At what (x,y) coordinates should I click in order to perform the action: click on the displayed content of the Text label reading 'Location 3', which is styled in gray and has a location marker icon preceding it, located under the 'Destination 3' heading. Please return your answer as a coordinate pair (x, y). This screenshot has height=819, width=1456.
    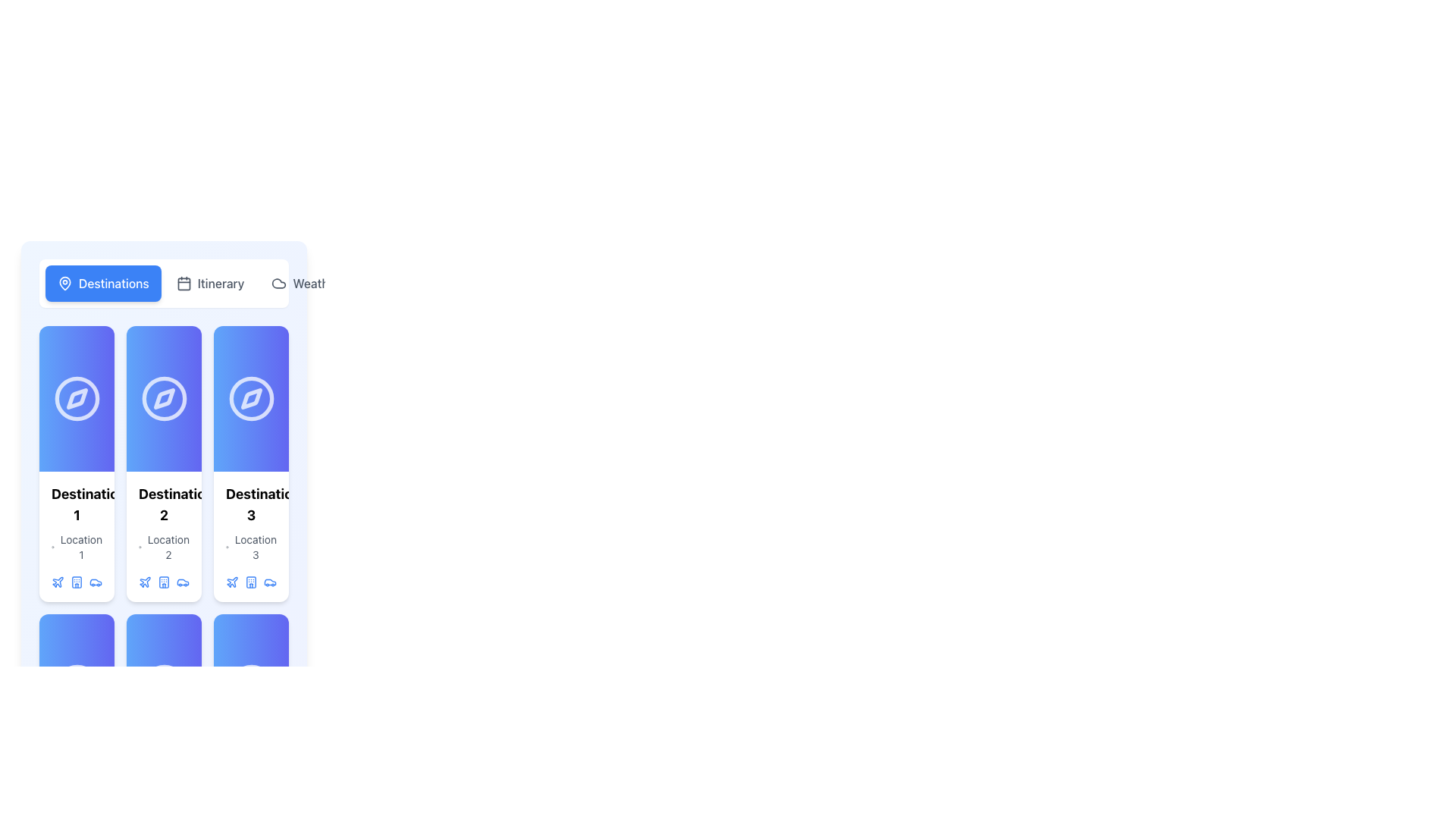
    Looking at the image, I should click on (251, 547).